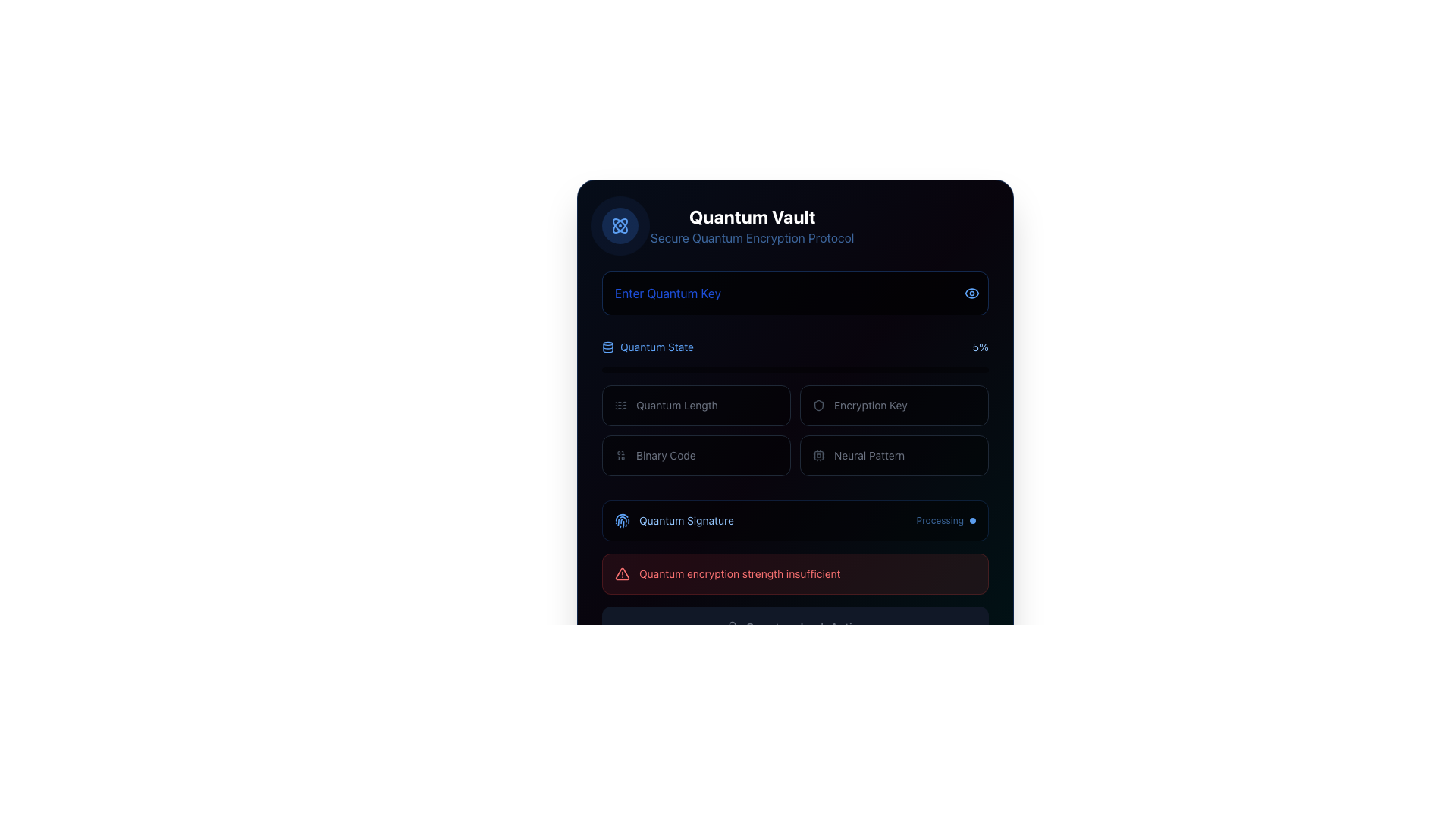 The height and width of the screenshot is (819, 1456). I want to click on the 'Encryption Key' button, which is the second option in a grid arrangement, so click(894, 405).